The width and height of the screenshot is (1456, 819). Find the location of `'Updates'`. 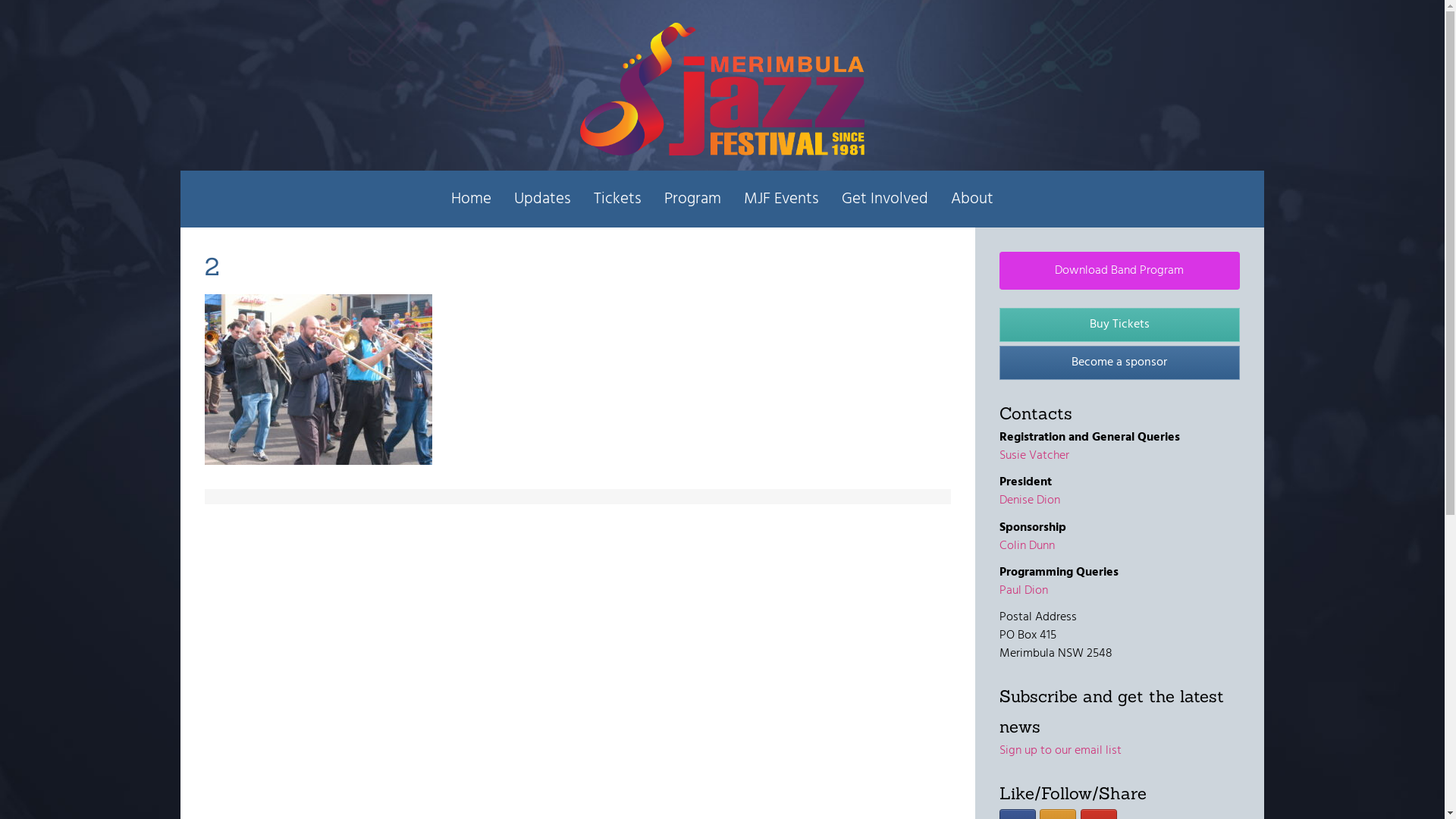

'Updates' is located at coordinates (502, 198).